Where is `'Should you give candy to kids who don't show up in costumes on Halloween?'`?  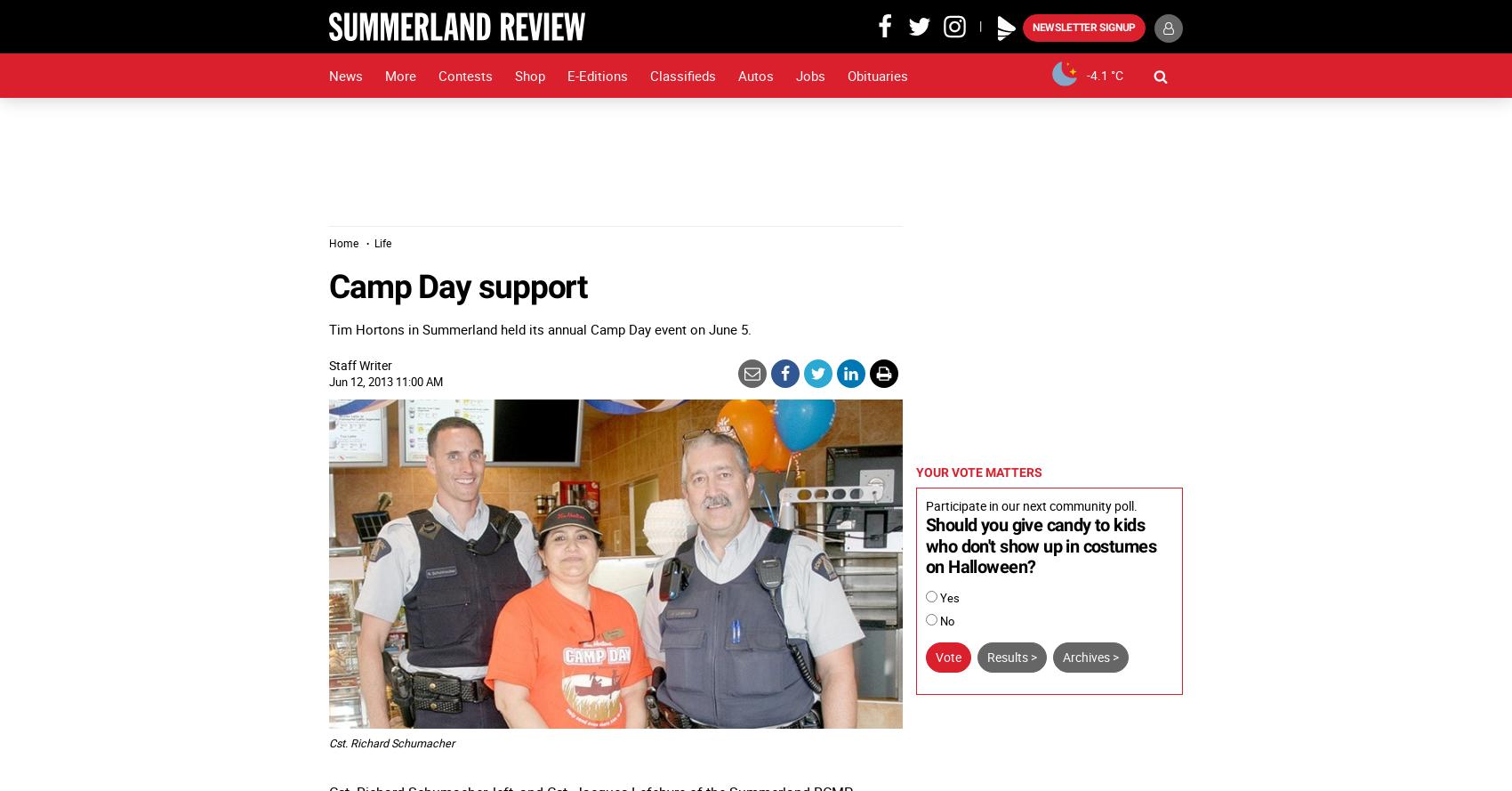 'Should you give candy to kids who don't show up in costumes on Halloween?' is located at coordinates (1040, 545).